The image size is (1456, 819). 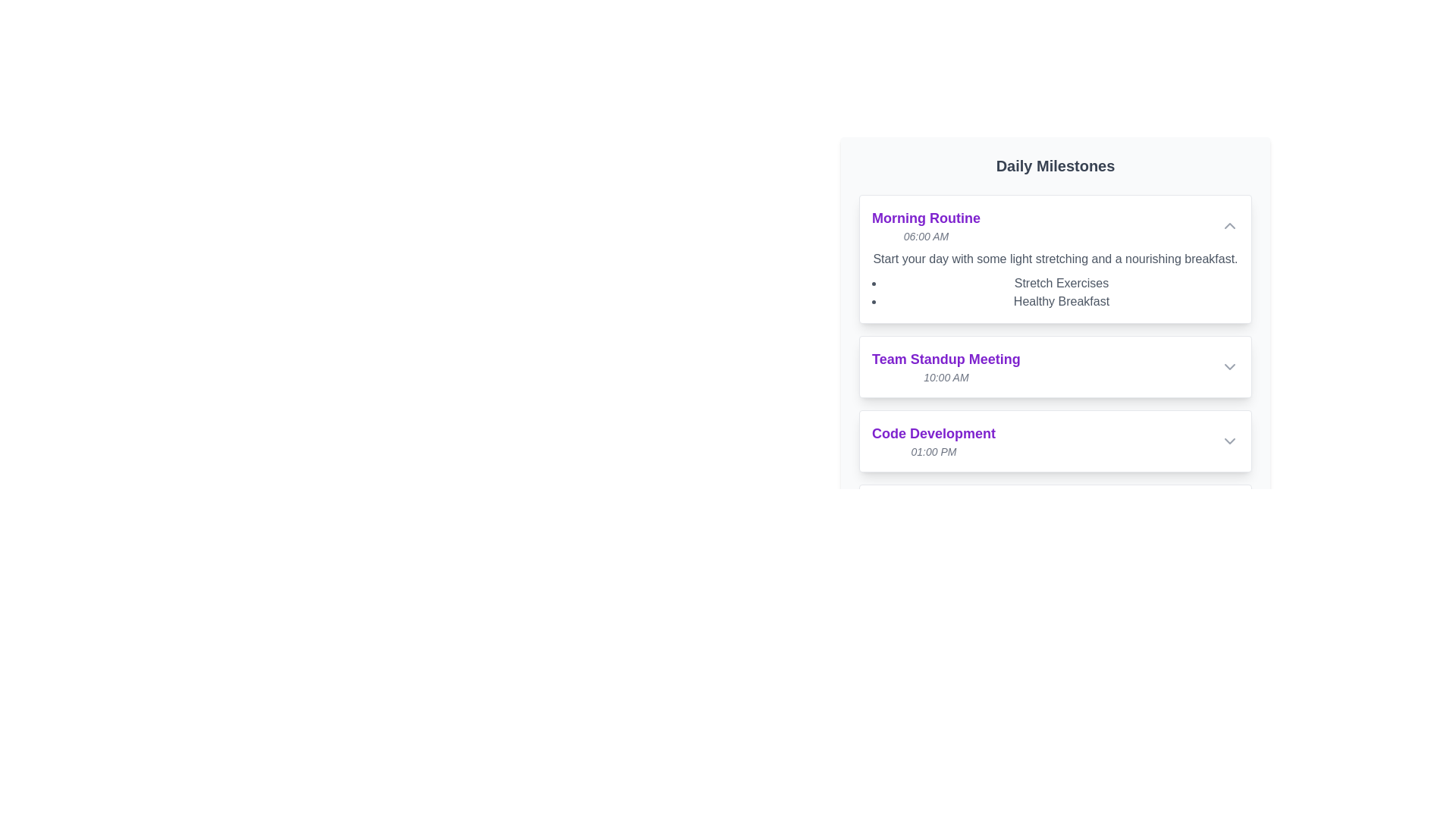 I want to click on the arrow button of the Expandable list item displaying a scheduled meeting's title and time indicator, located in the 'Daily Milestones' section, so click(x=1055, y=366).